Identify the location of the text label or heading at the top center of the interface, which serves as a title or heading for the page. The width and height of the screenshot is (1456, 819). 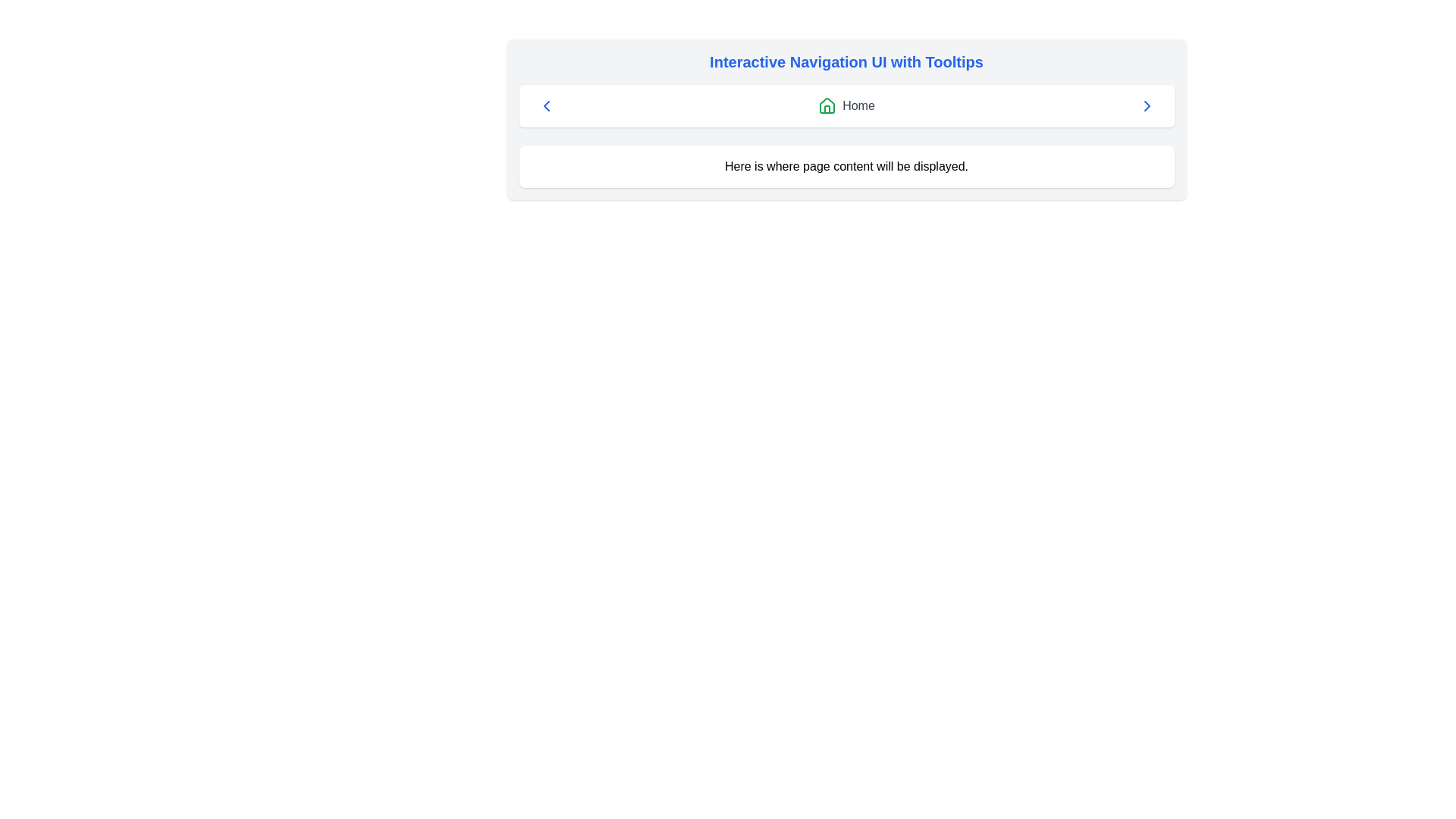
(846, 61).